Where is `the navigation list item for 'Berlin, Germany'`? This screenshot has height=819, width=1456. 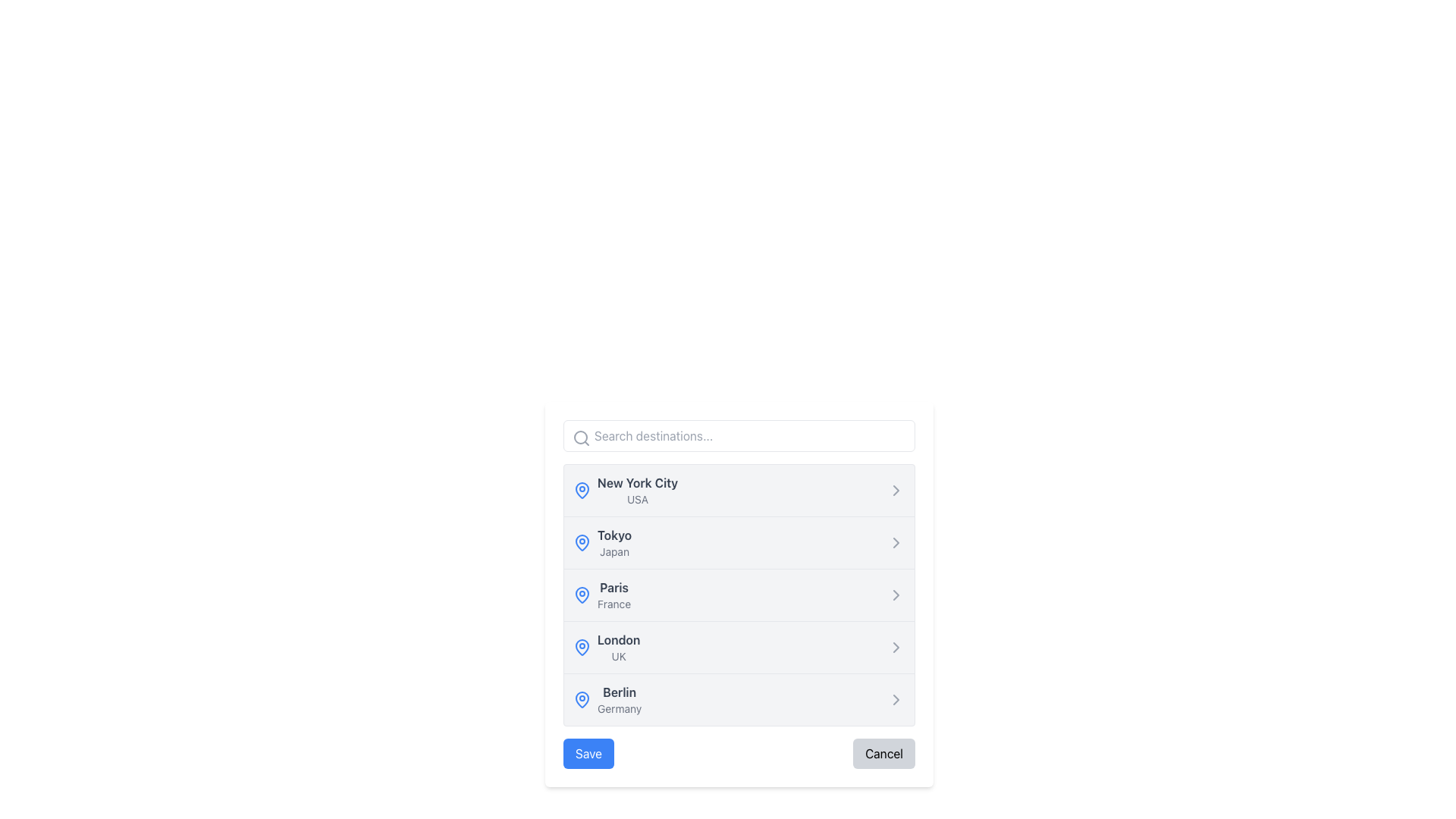 the navigation list item for 'Berlin, Germany' is located at coordinates (607, 699).